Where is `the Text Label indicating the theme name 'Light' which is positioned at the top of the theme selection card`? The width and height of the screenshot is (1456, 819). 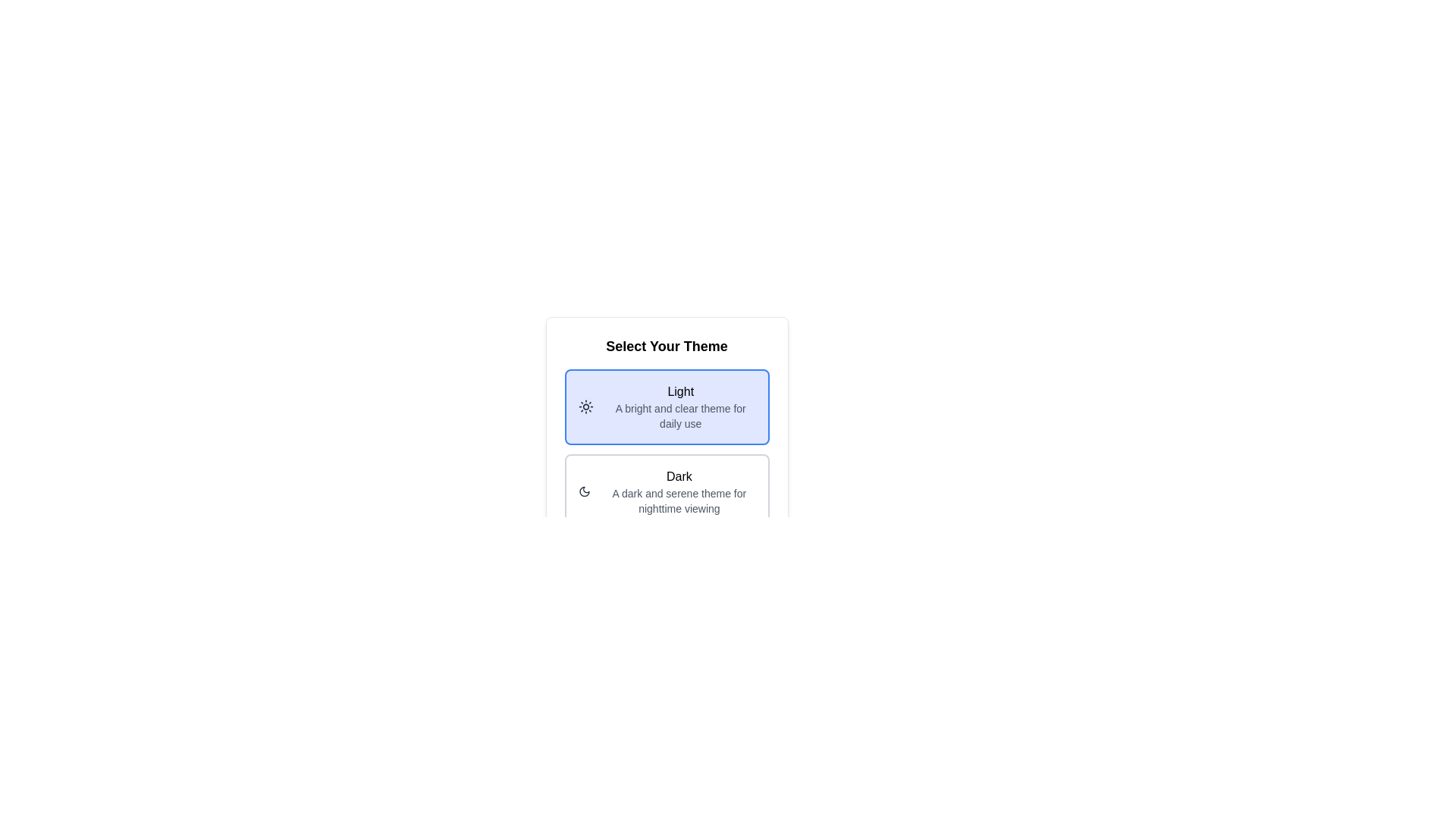
the Text Label indicating the theme name 'Light' which is positioned at the top of the theme selection card is located at coordinates (679, 391).